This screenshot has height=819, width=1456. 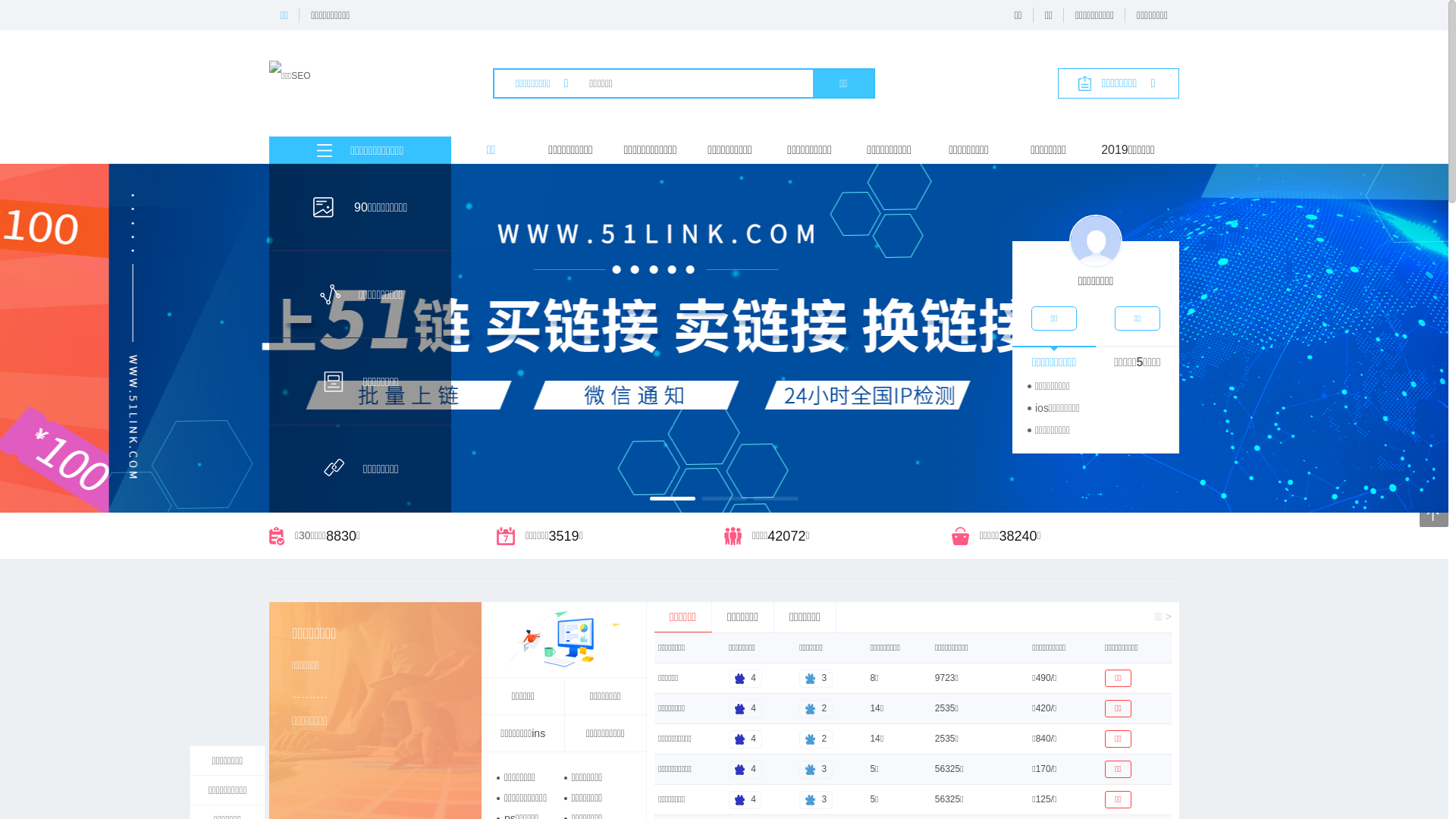 I want to click on '3', so click(x=799, y=769).